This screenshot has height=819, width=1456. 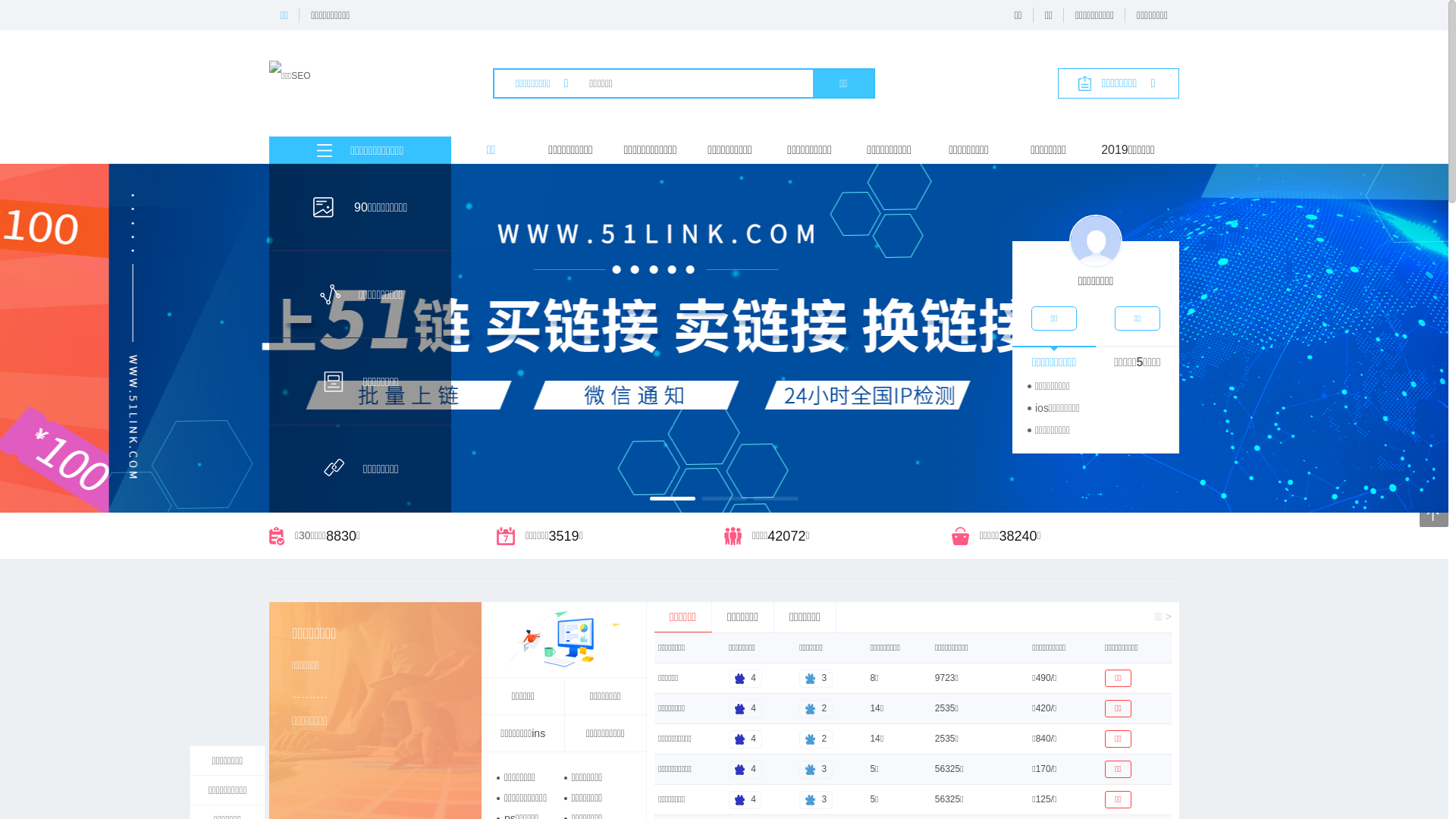 I want to click on '3', so click(x=799, y=769).